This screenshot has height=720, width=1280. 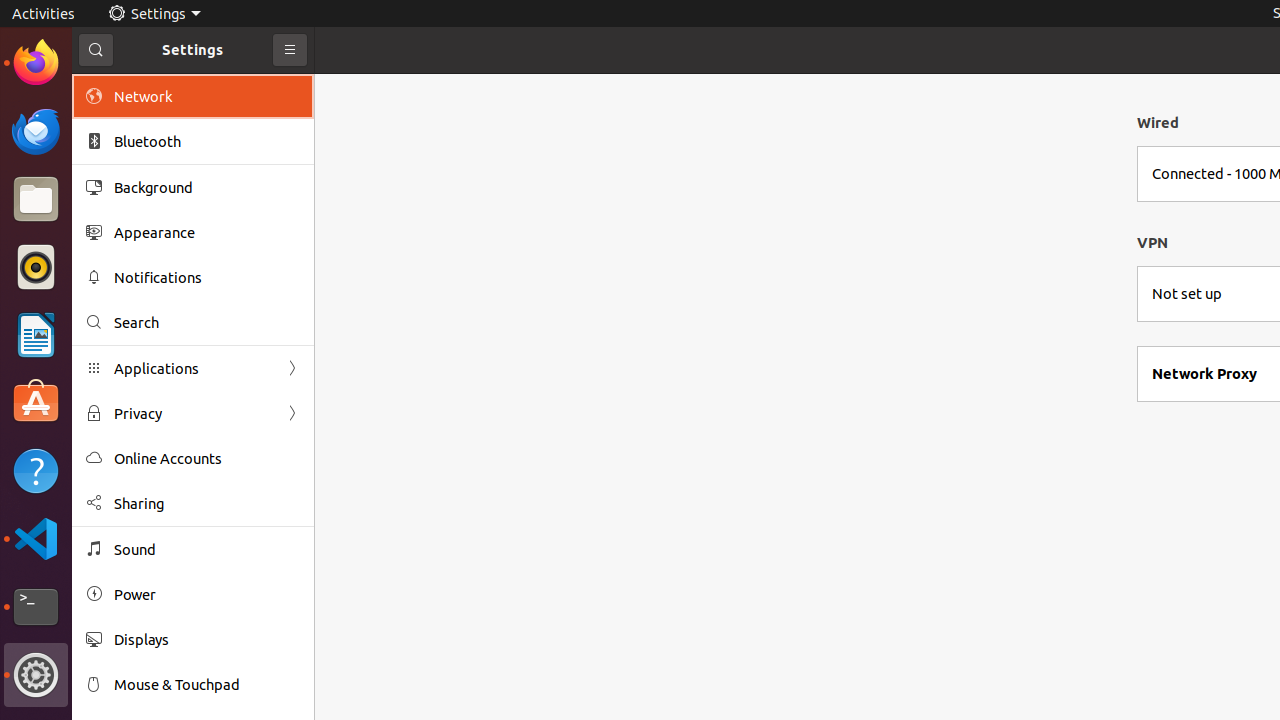 I want to click on 'Not set up', so click(x=1186, y=293).